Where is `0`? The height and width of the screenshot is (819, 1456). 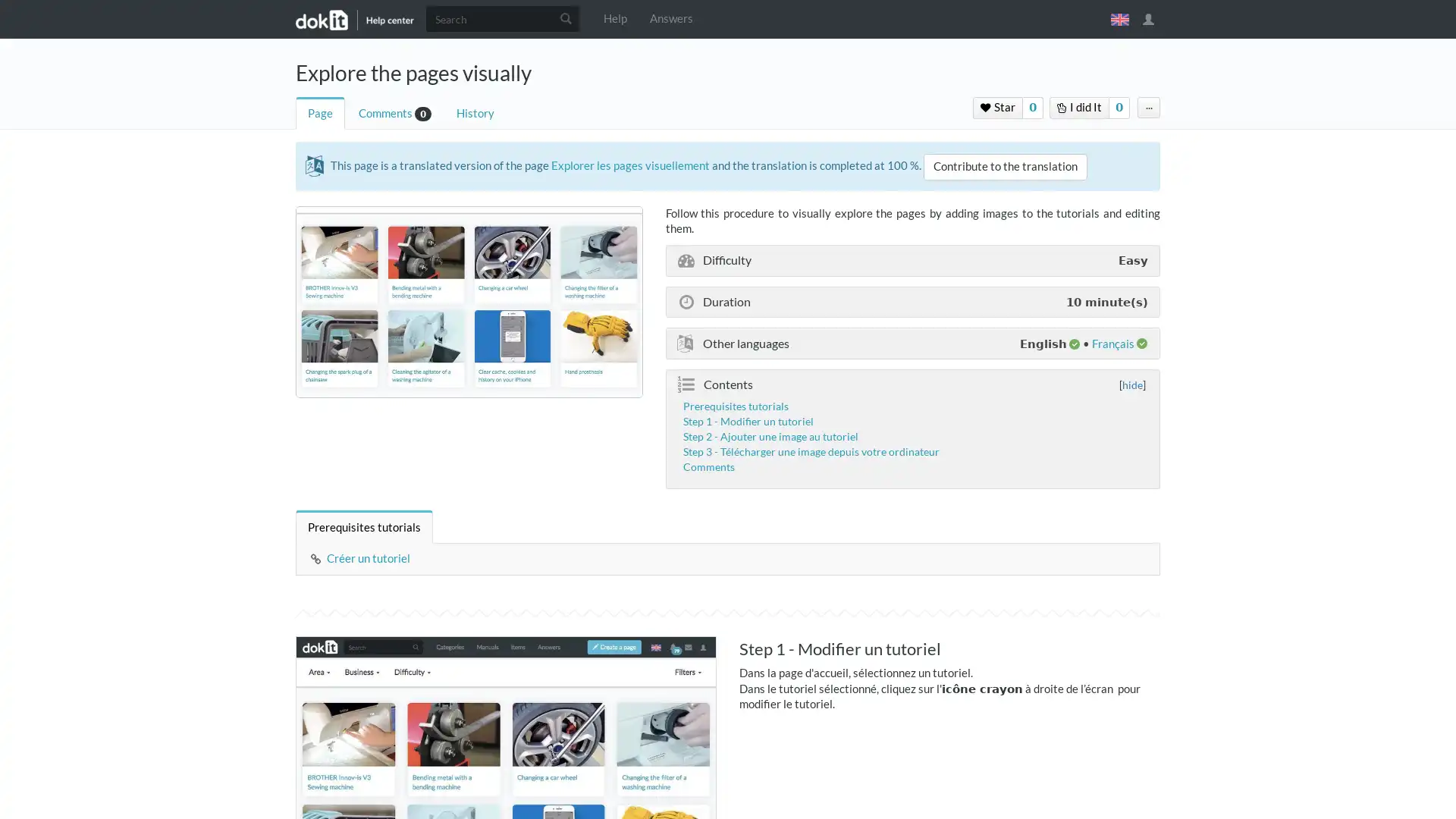 0 is located at coordinates (1032, 107).